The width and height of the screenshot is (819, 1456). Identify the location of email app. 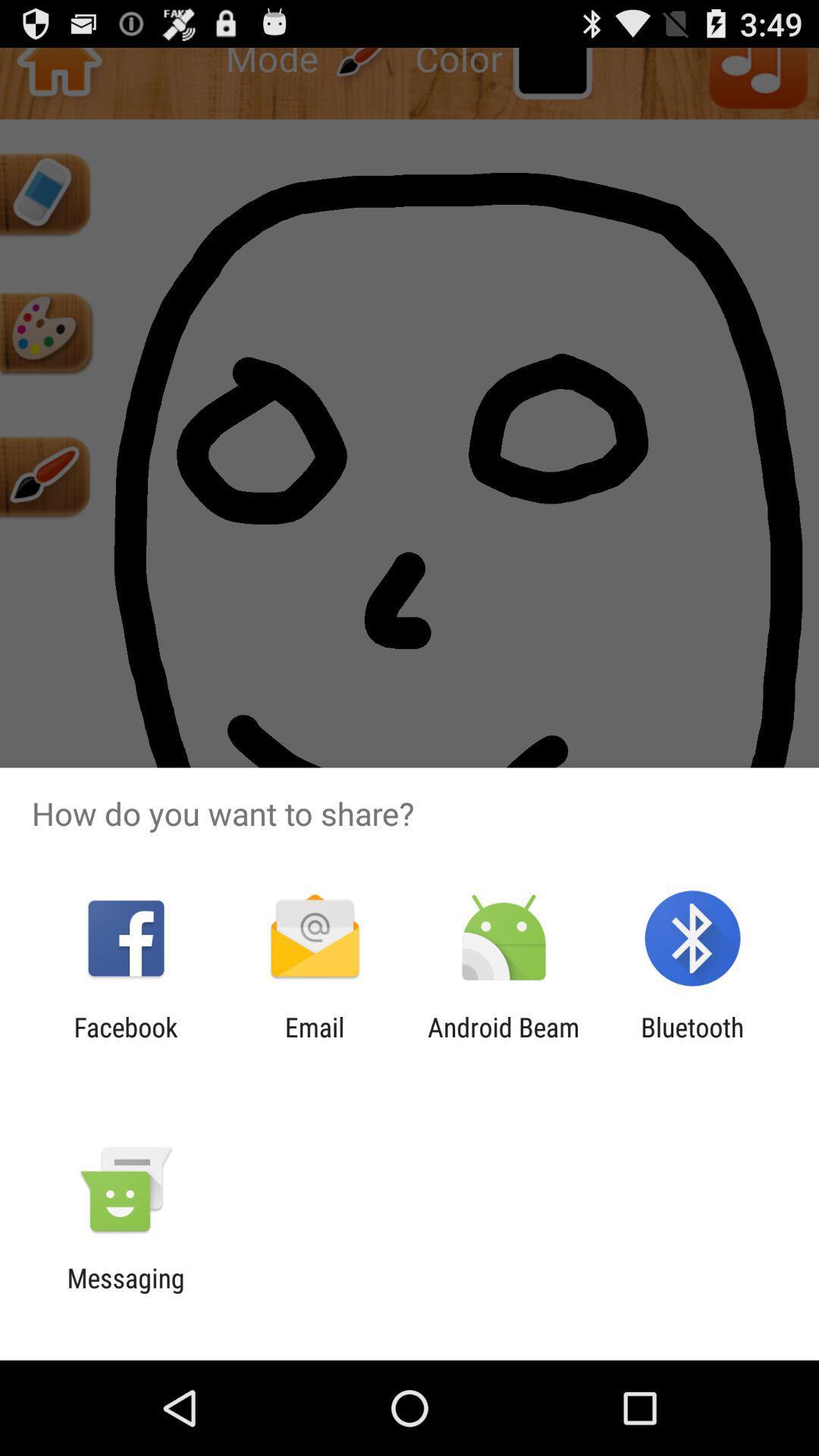
(314, 1042).